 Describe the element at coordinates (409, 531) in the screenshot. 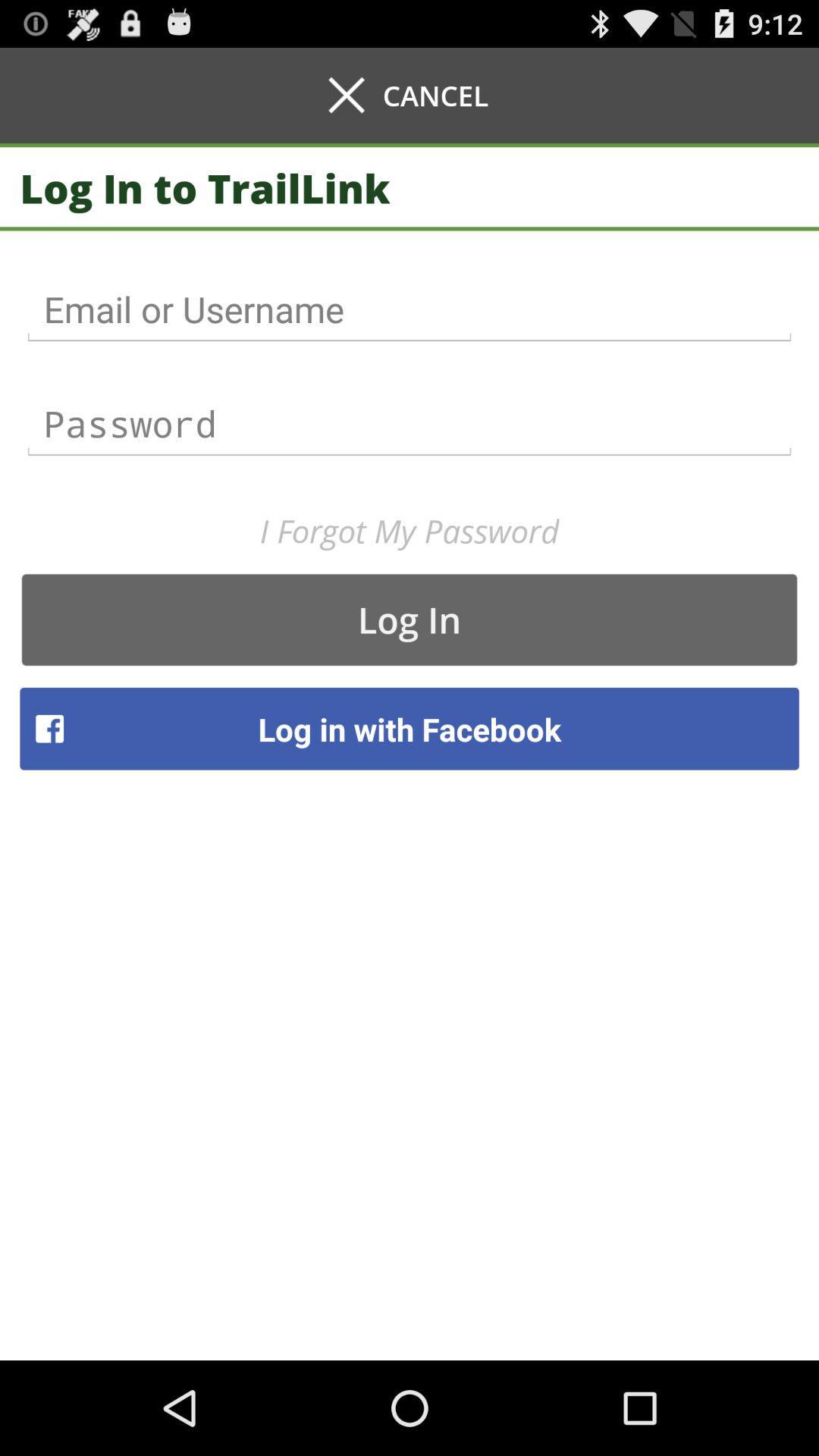

I see `the icon above log in` at that location.